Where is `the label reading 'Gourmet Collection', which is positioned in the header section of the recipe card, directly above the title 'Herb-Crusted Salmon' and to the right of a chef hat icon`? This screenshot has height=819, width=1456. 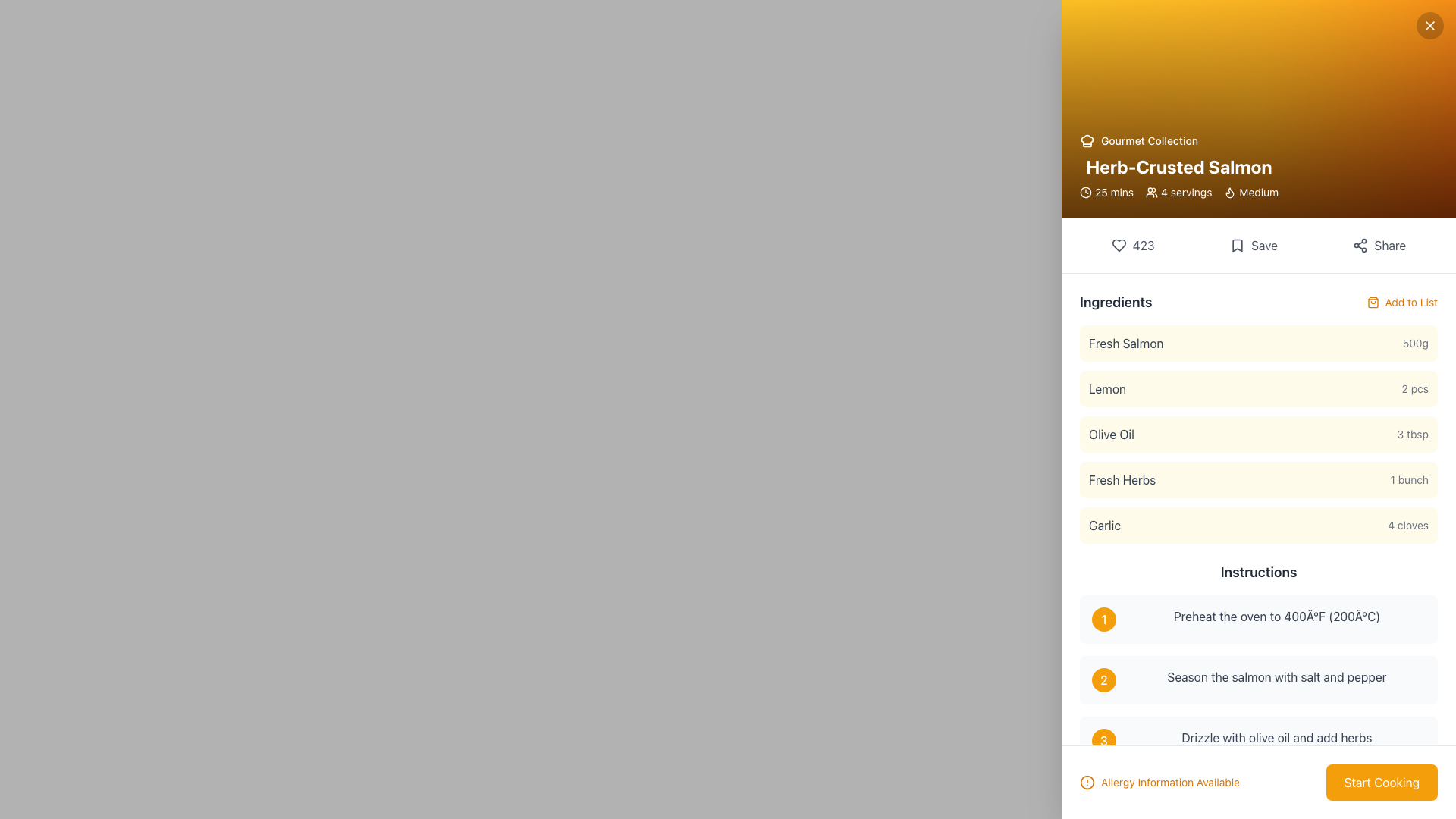 the label reading 'Gourmet Collection', which is positioned in the header section of the recipe card, directly above the title 'Herb-Crusted Salmon' and to the right of a chef hat icon is located at coordinates (1178, 140).